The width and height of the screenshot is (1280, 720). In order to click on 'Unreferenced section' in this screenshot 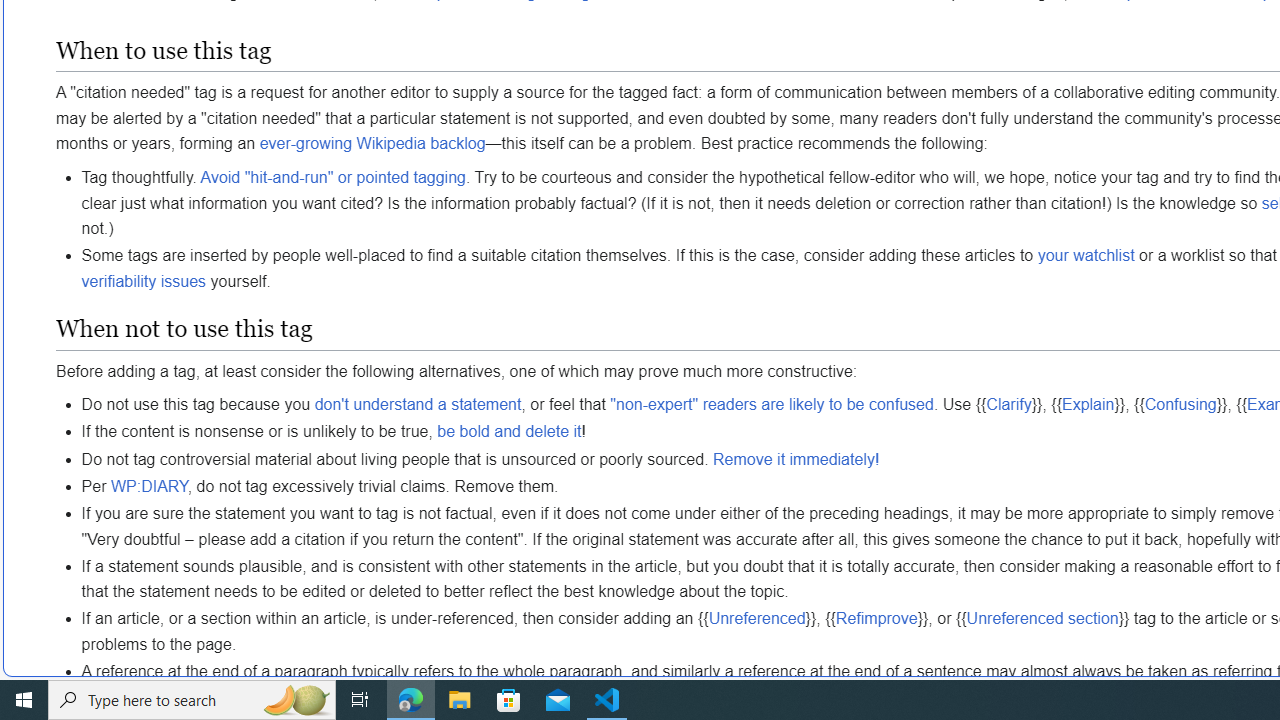, I will do `click(1041, 617)`.